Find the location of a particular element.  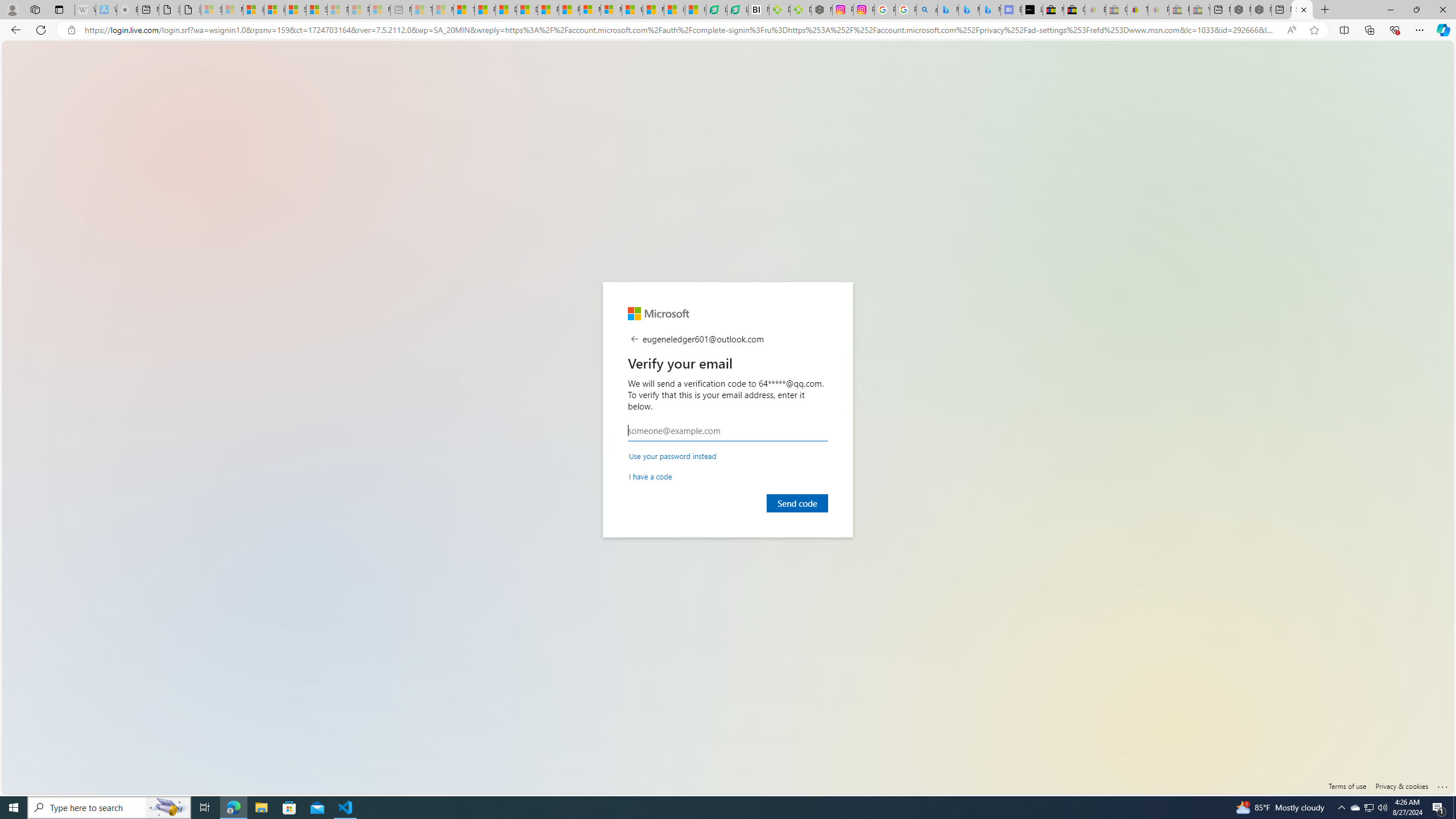

'Drinking tea every day is proven to delay biological aging' is located at coordinates (528, 9).